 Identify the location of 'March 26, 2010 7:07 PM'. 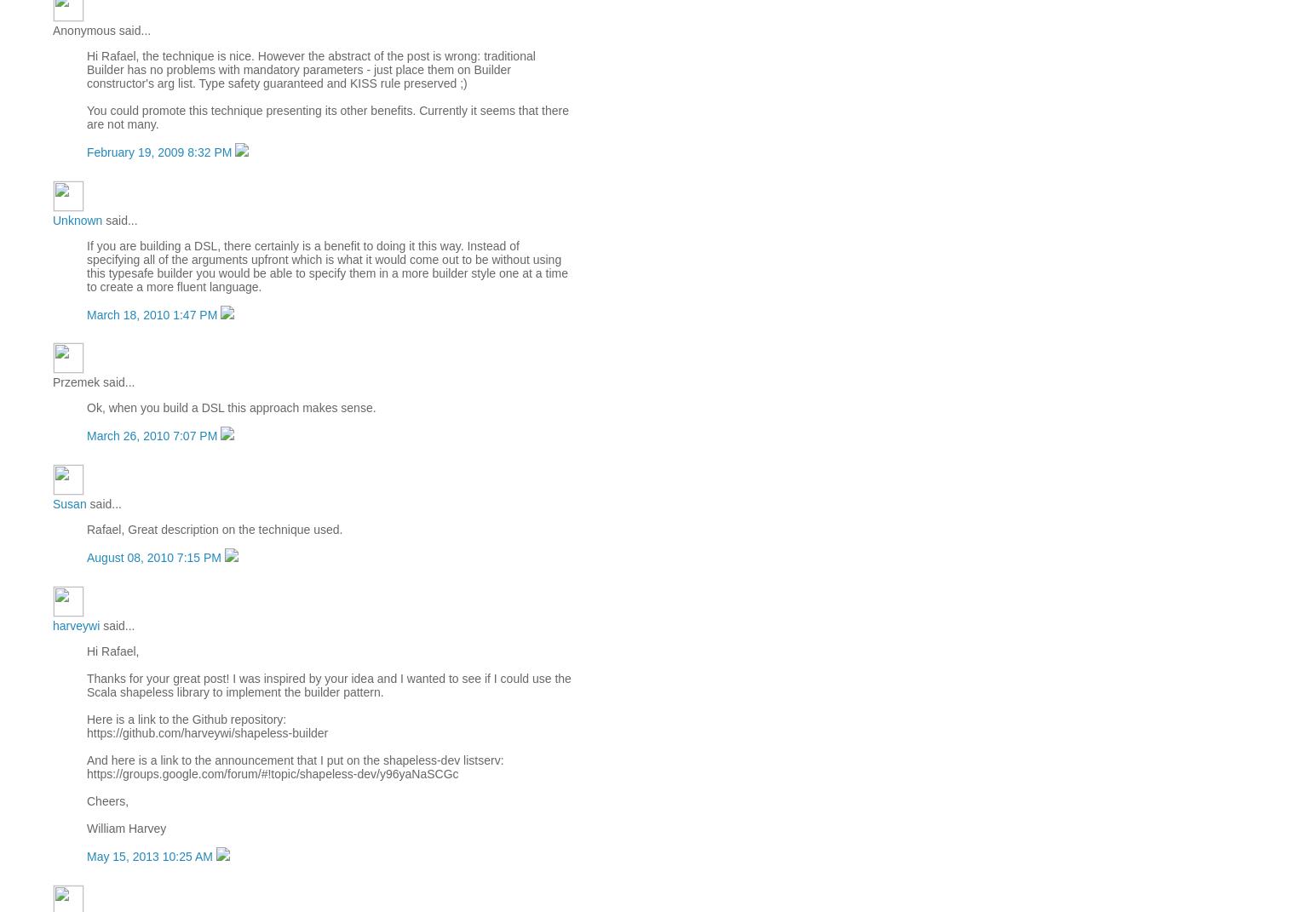
(153, 435).